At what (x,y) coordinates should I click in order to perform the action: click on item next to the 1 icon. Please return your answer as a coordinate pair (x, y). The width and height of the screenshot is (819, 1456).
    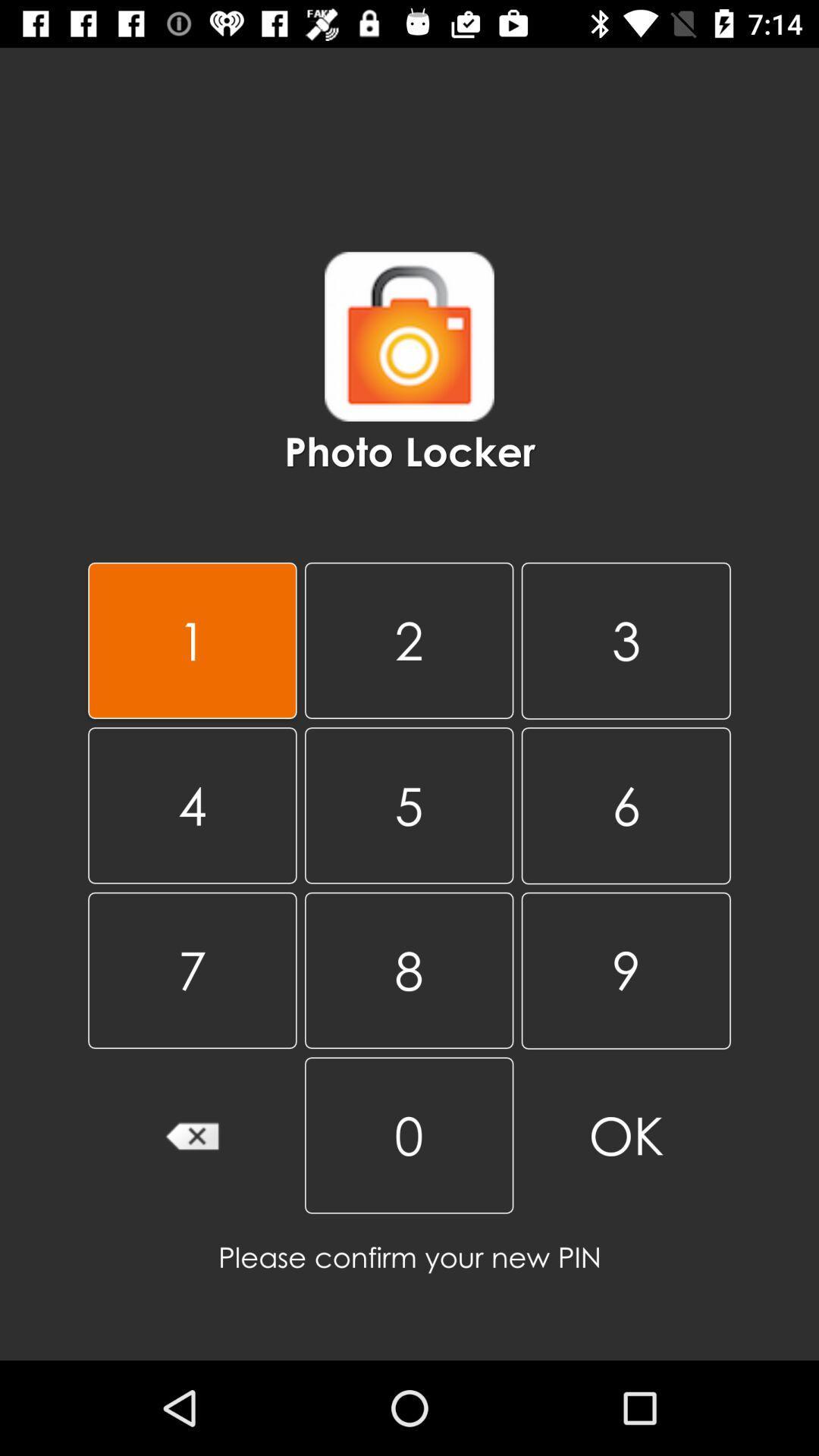
    Looking at the image, I should click on (408, 640).